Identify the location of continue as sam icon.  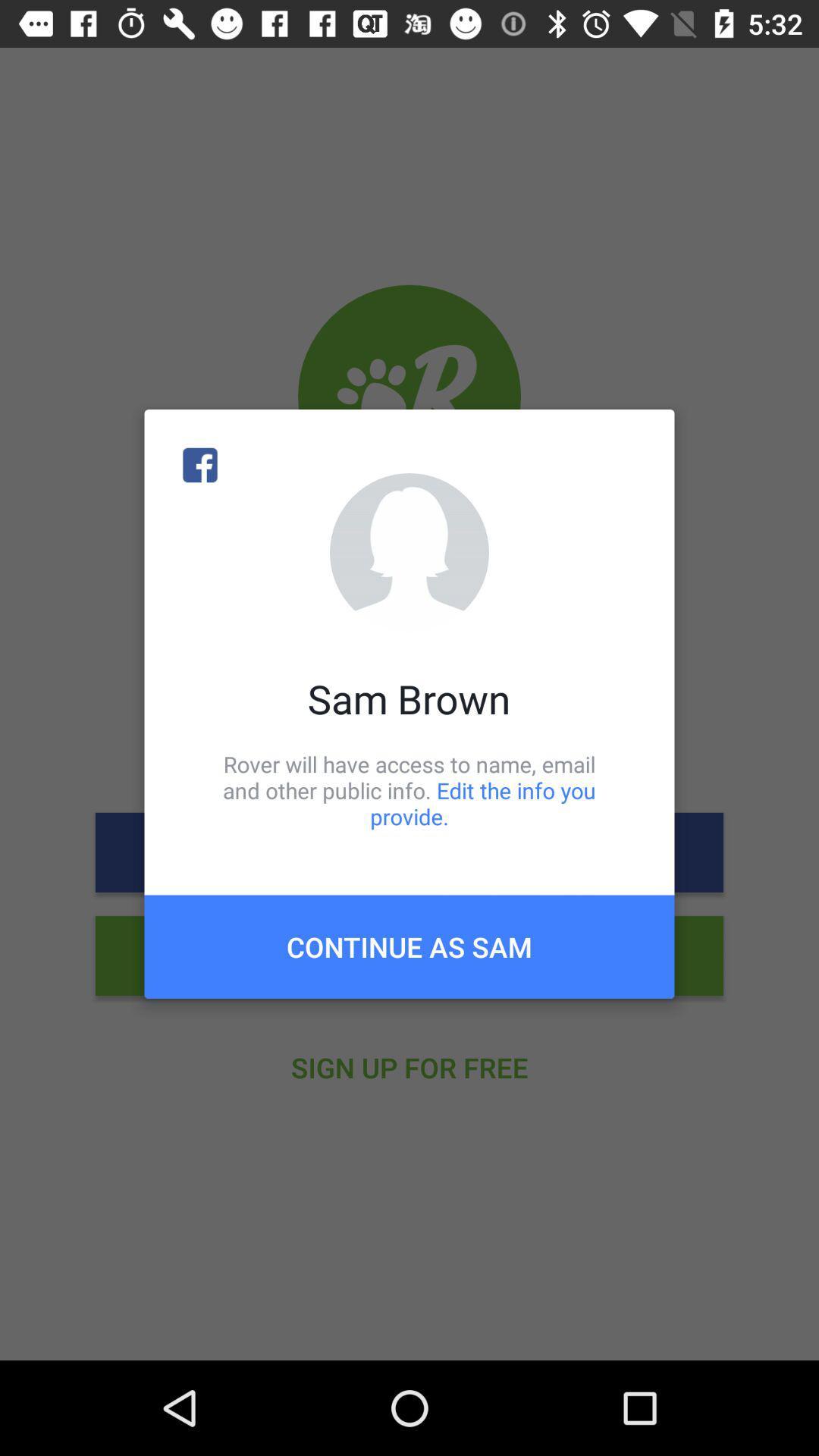
(409, 946).